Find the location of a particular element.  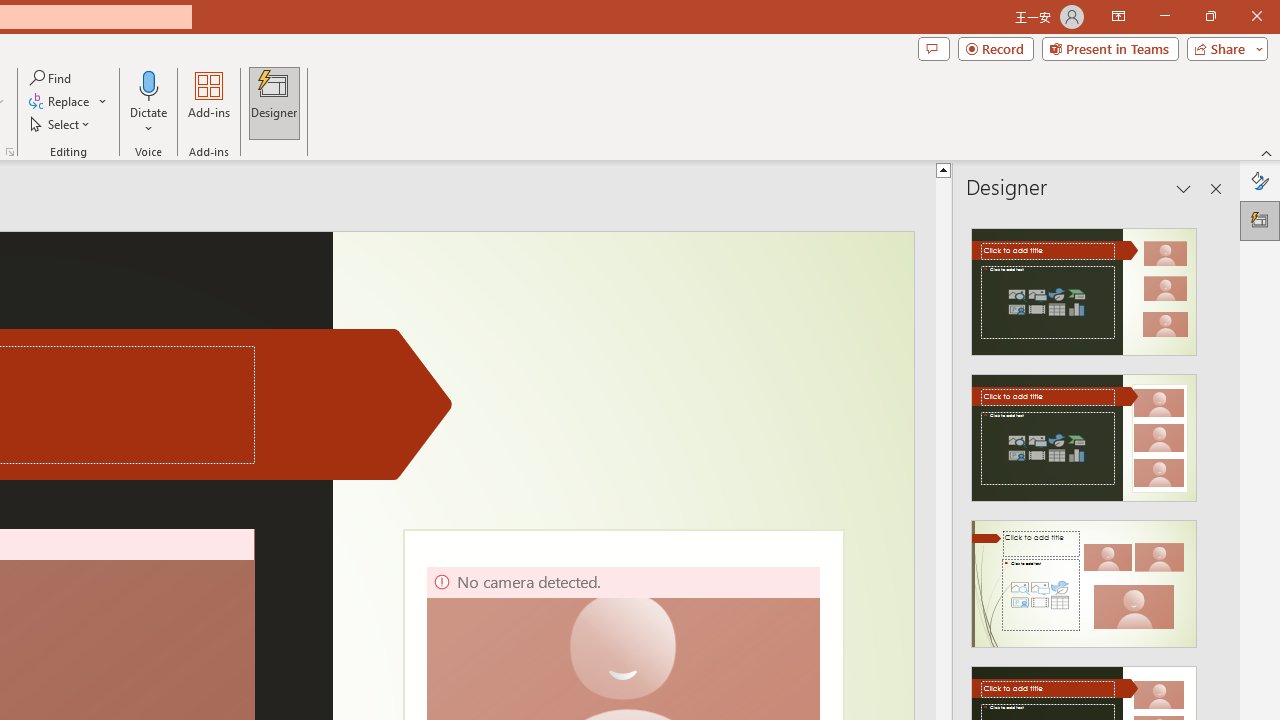

'Replace...' is located at coordinates (60, 101).